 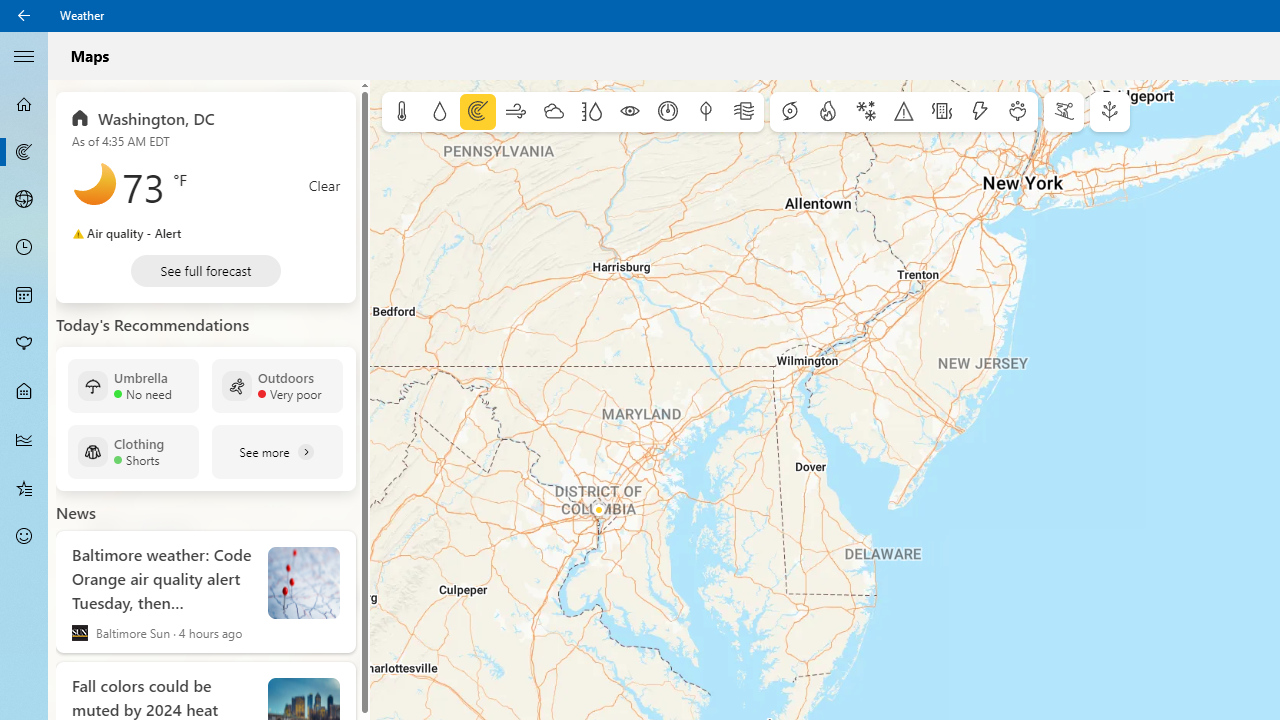 I want to click on 'Back', so click(x=24, y=15).